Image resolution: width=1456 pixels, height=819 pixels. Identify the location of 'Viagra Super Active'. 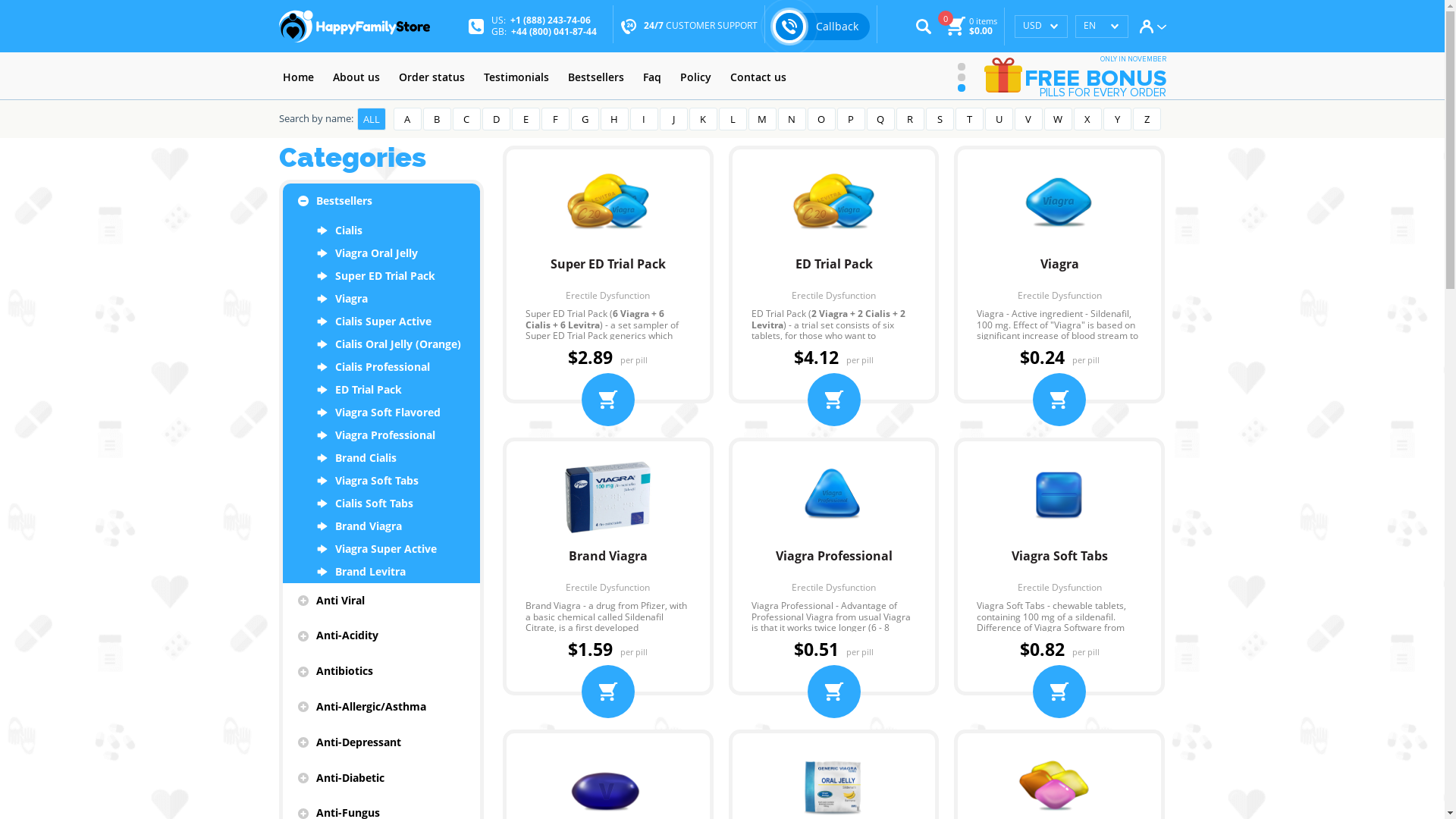
(381, 549).